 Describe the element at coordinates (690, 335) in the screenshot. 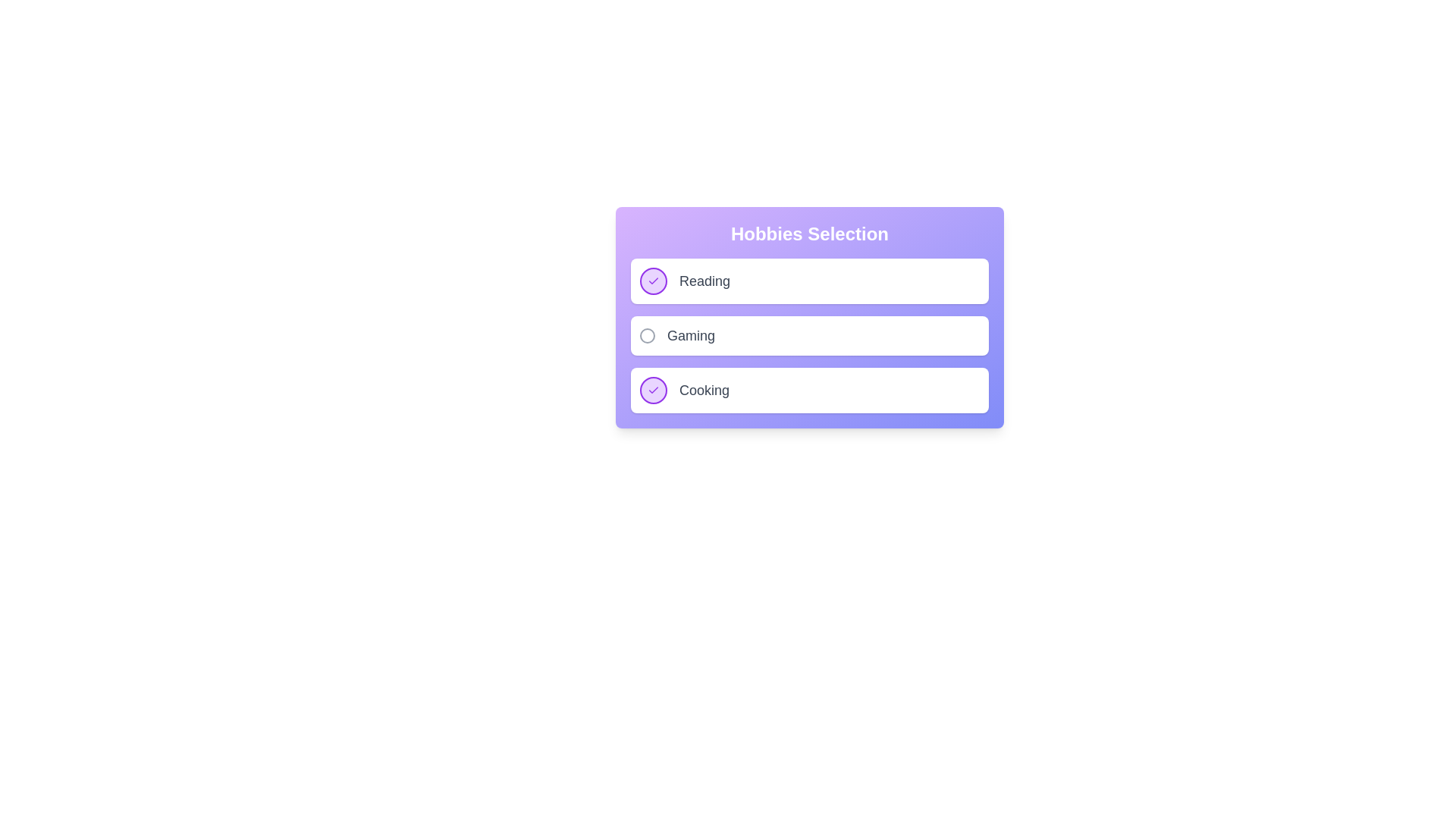

I see `the activity labeled Gaming` at that location.